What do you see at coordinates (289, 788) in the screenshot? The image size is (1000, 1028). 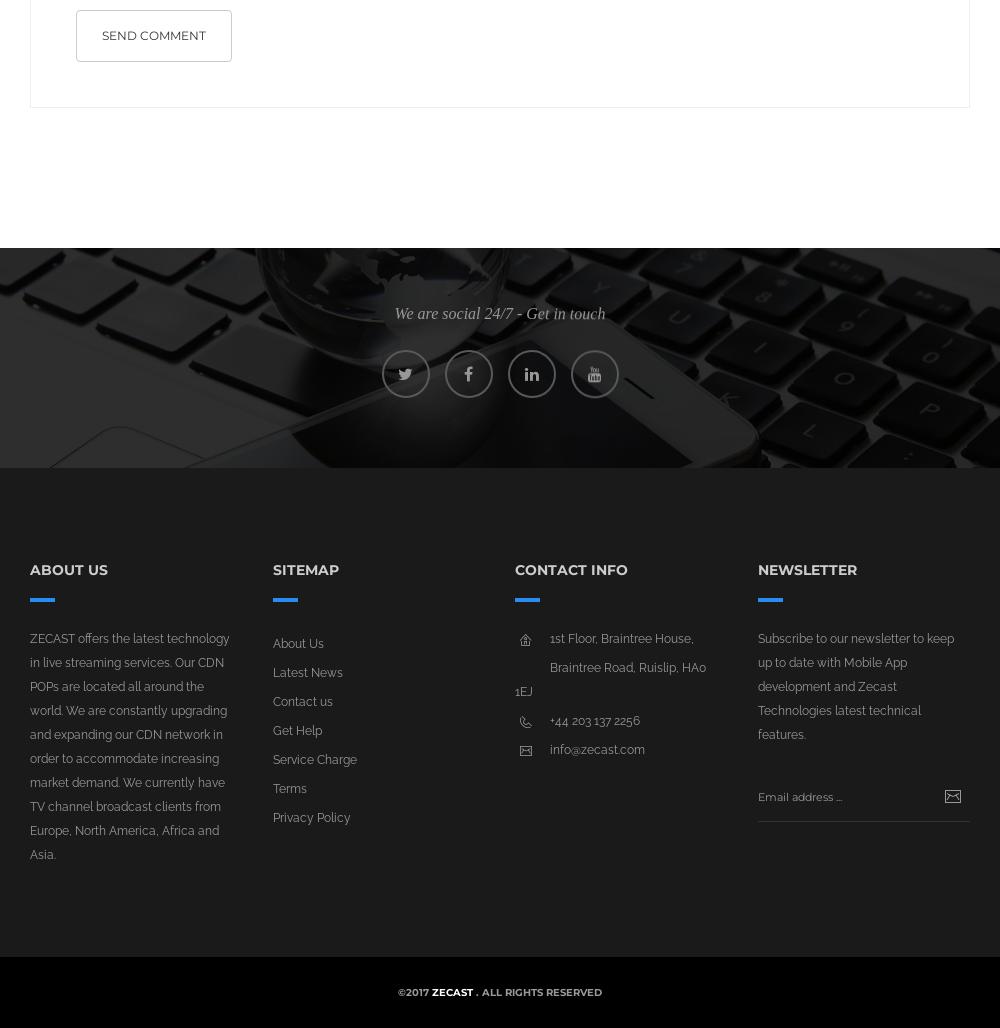 I see `'Terms'` at bounding box center [289, 788].